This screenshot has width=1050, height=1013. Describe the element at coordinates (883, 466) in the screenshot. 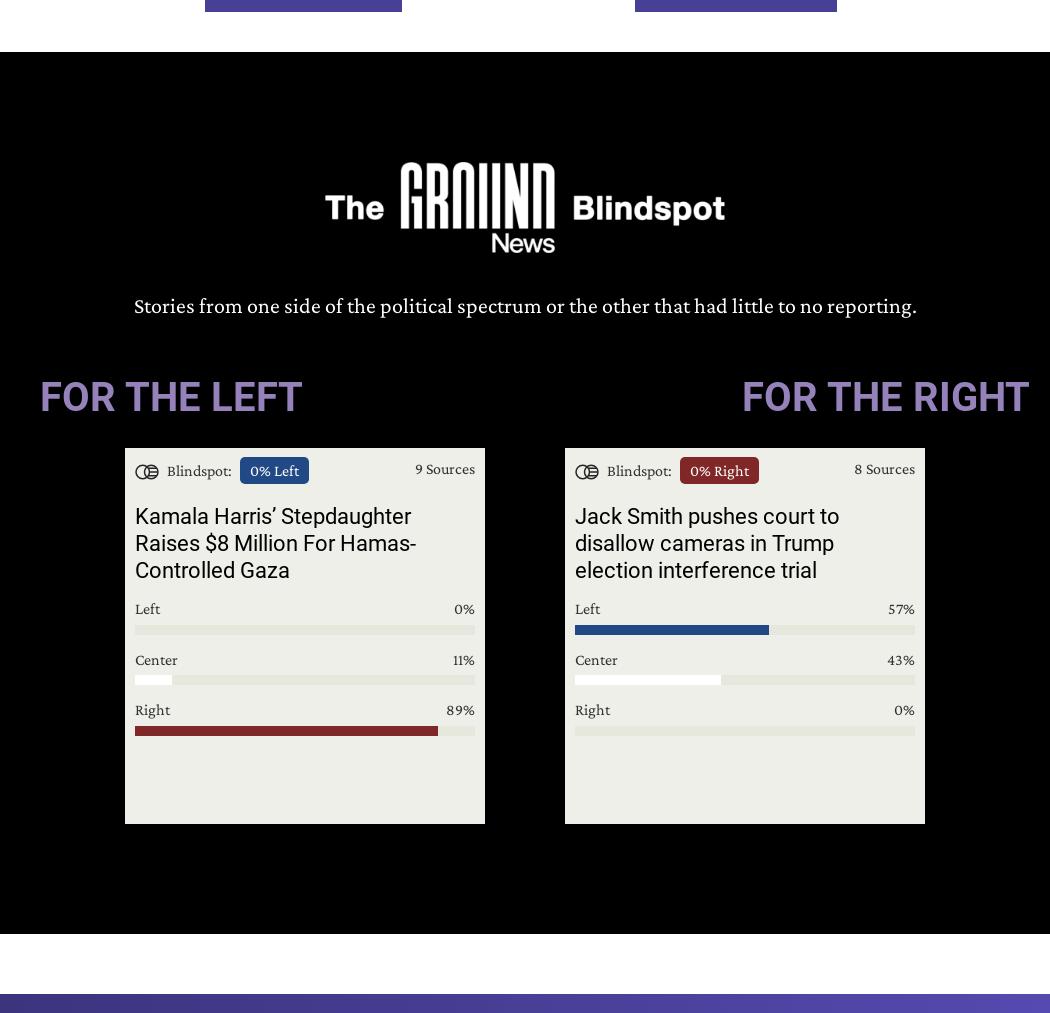

I see `'8 Sources'` at that location.